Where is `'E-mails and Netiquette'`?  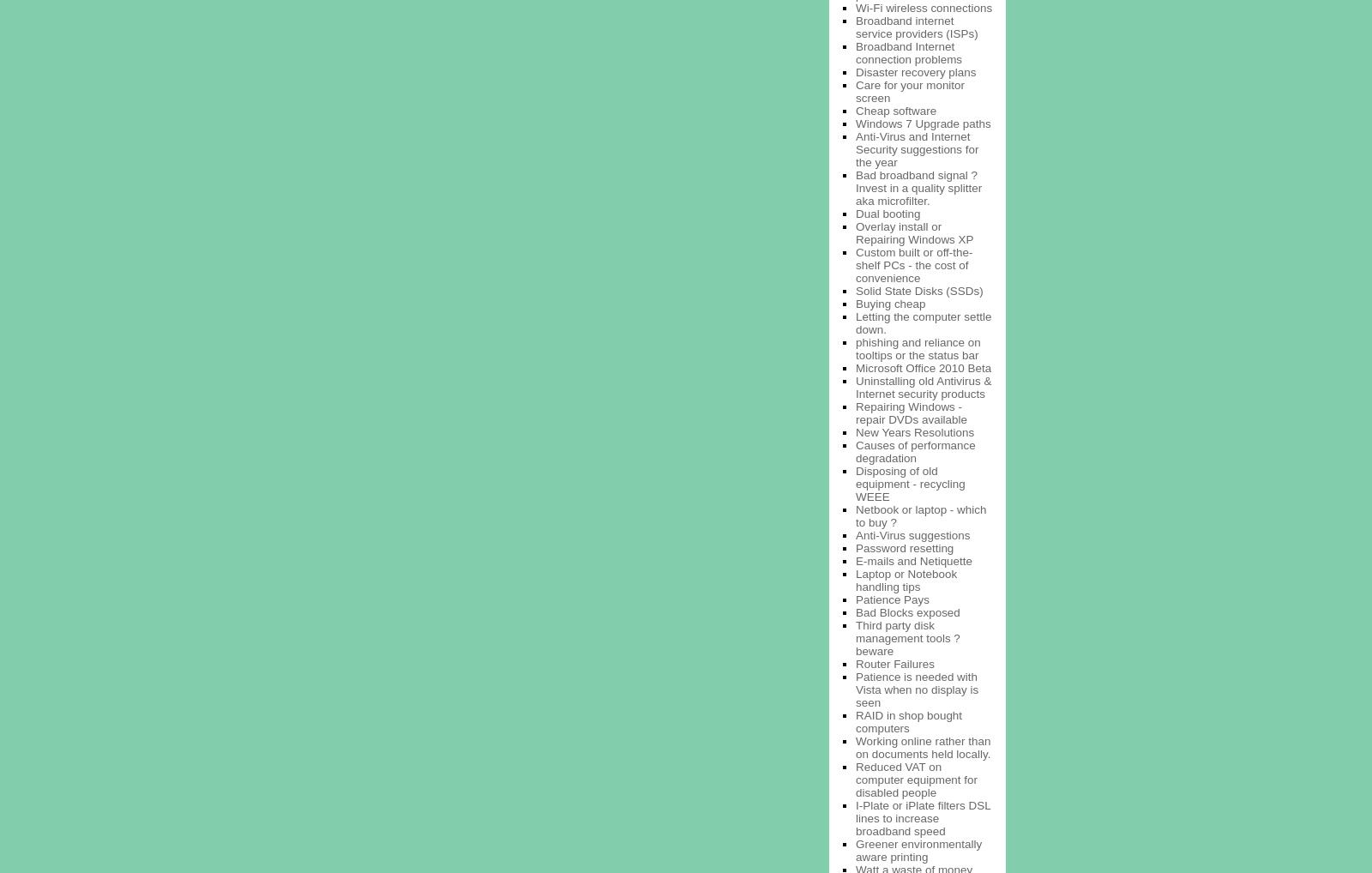 'E-mails and Netiquette' is located at coordinates (914, 559).